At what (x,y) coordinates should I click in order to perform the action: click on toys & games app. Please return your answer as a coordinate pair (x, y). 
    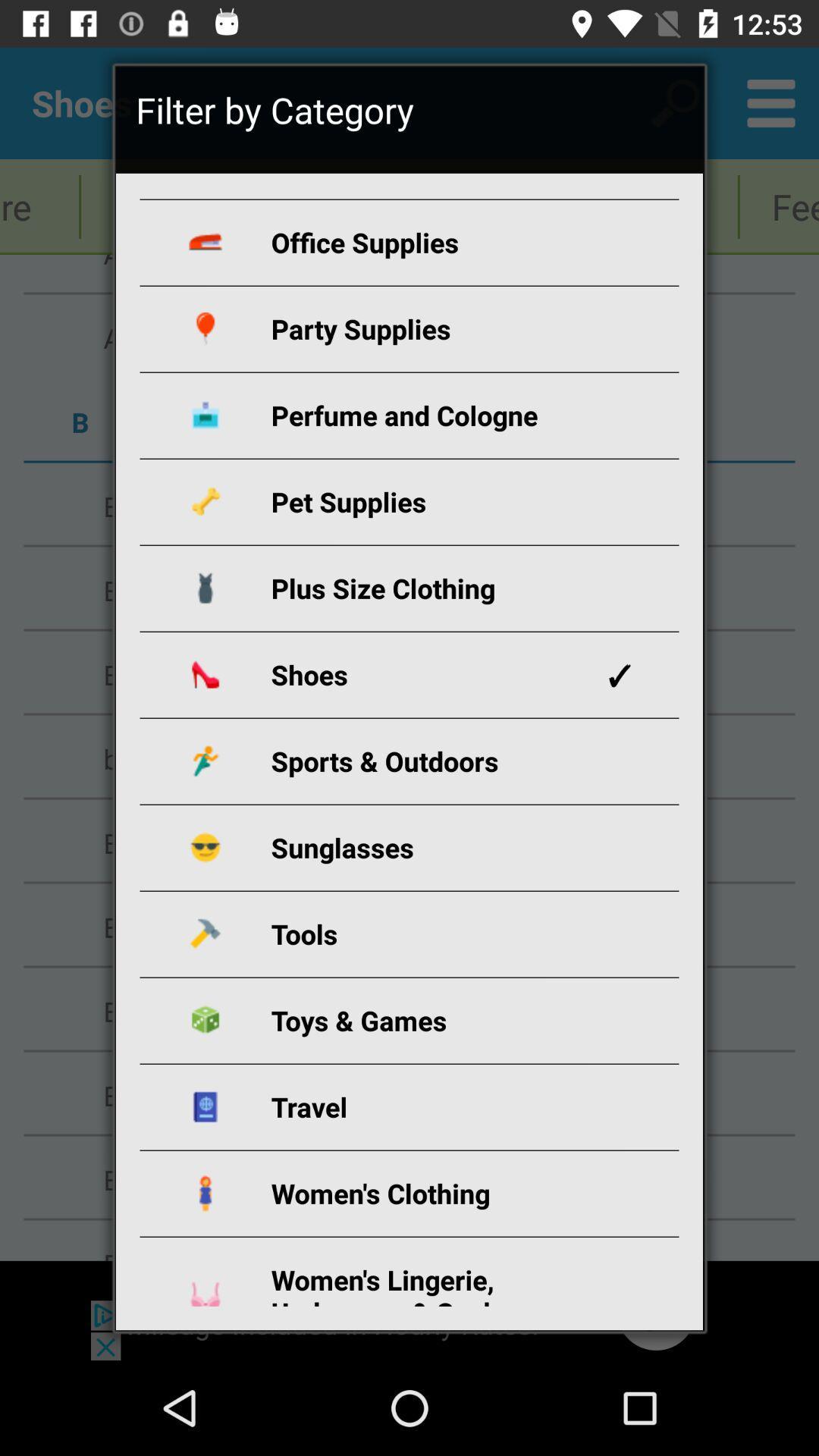
    Looking at the image, I should click on (427, 1020).